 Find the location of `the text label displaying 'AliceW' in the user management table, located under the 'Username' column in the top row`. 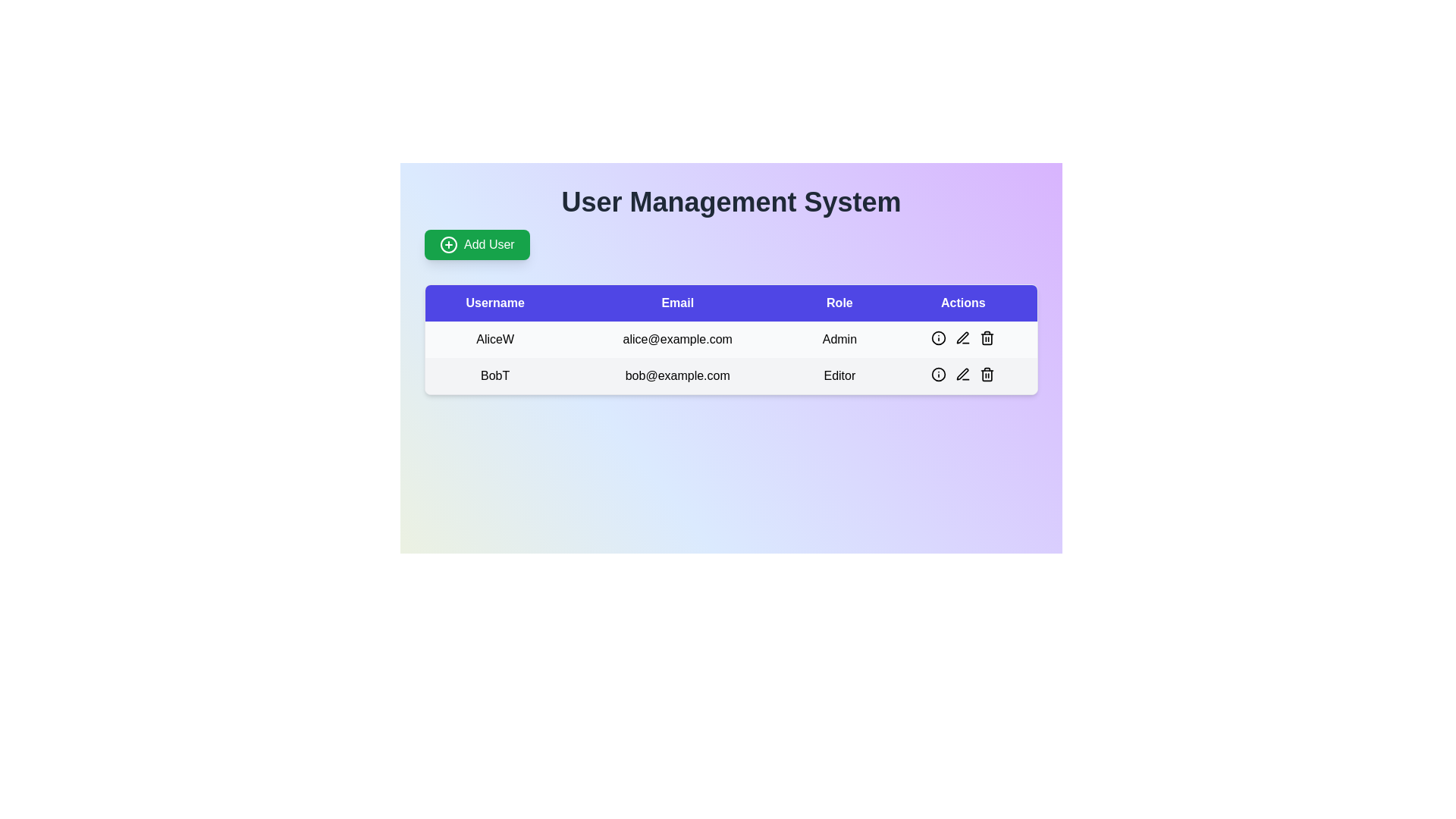

the text label displaying 'AliceW' in the user management table, located under the 'Username' column in the top row is located at coordinates (495, 338).